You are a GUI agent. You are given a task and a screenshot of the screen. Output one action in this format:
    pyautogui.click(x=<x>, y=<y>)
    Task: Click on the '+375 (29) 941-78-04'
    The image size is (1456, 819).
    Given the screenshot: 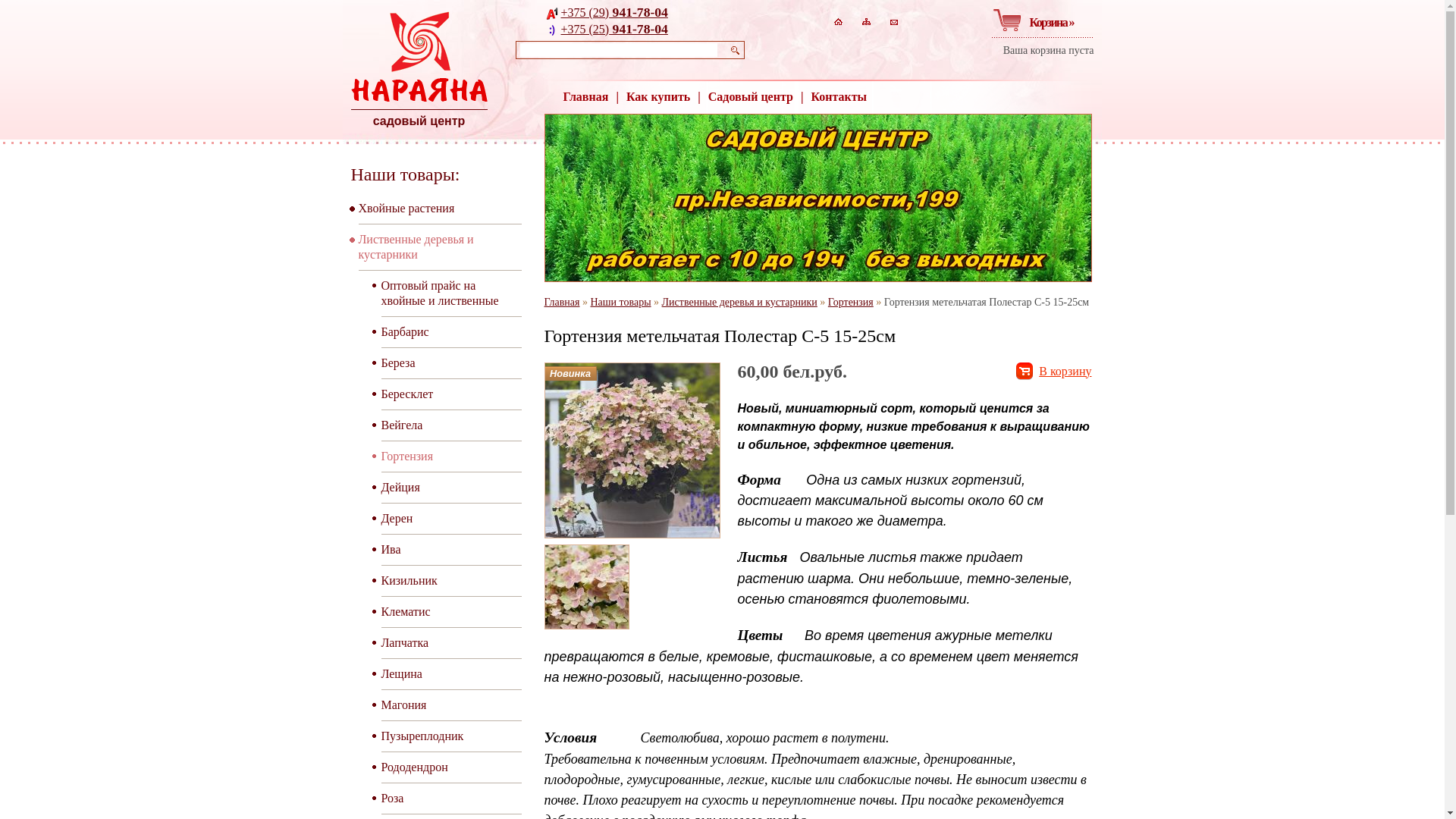 What is the action you would take?
    pyautogui.click(x=614, y=12)
    